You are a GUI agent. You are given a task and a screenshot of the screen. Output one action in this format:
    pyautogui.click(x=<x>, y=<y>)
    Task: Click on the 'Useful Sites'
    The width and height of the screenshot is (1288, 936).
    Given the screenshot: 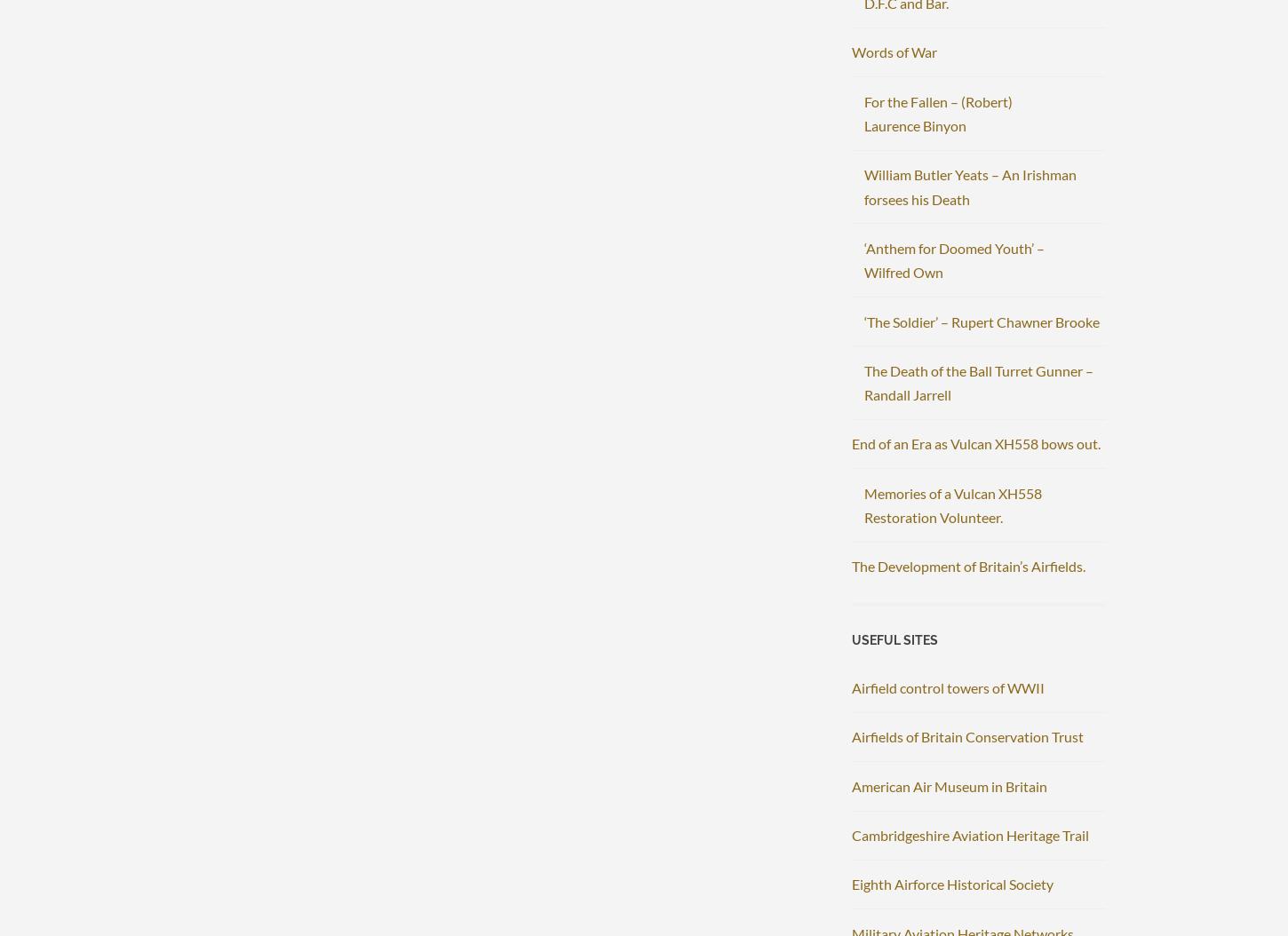 What is the action you would take?
    pyautogui.click(x=894, y=638)
    